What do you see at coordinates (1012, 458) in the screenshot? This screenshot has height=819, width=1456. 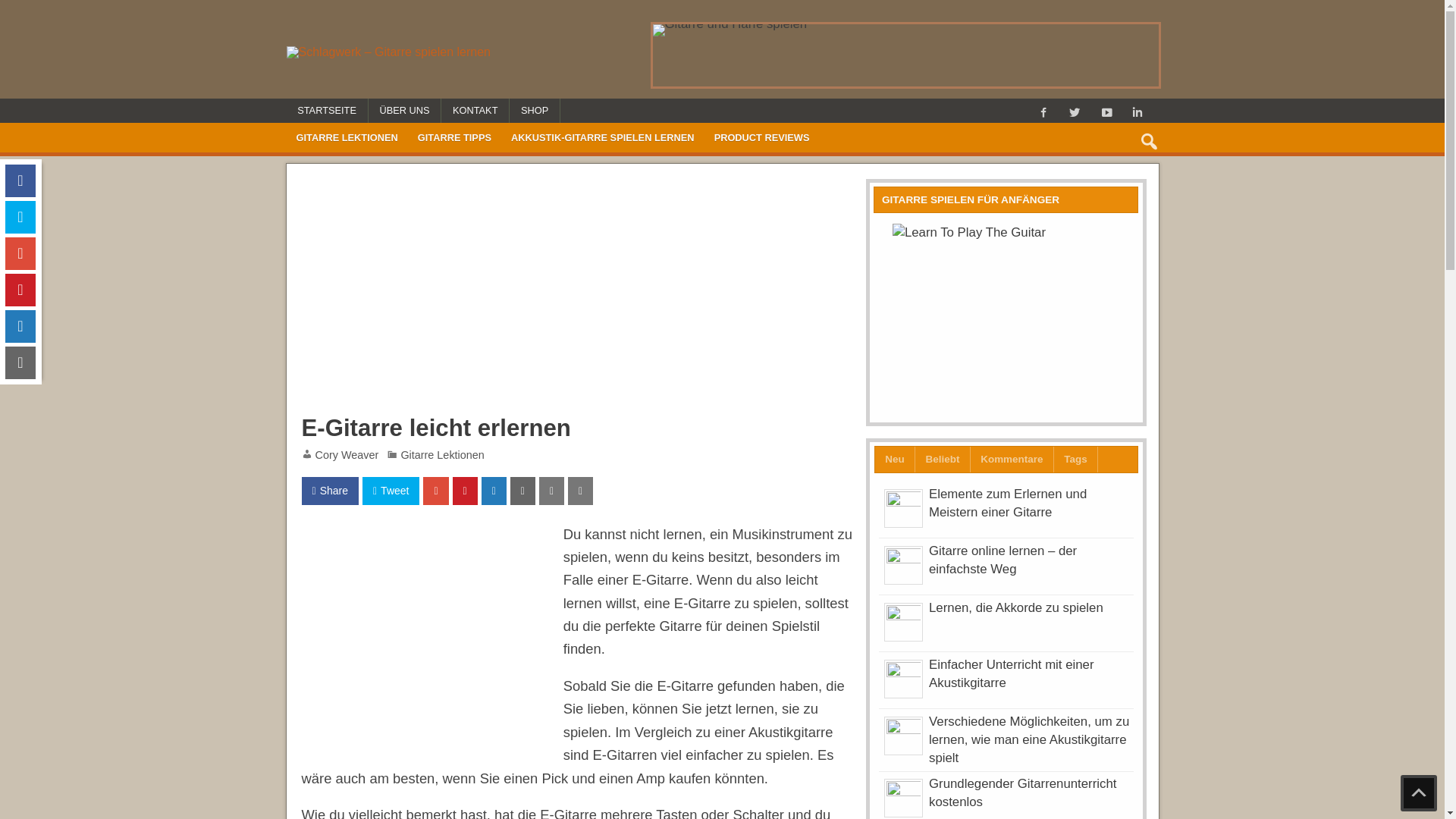 I see `'Kommentare'` at bounding box center [1012, 458].